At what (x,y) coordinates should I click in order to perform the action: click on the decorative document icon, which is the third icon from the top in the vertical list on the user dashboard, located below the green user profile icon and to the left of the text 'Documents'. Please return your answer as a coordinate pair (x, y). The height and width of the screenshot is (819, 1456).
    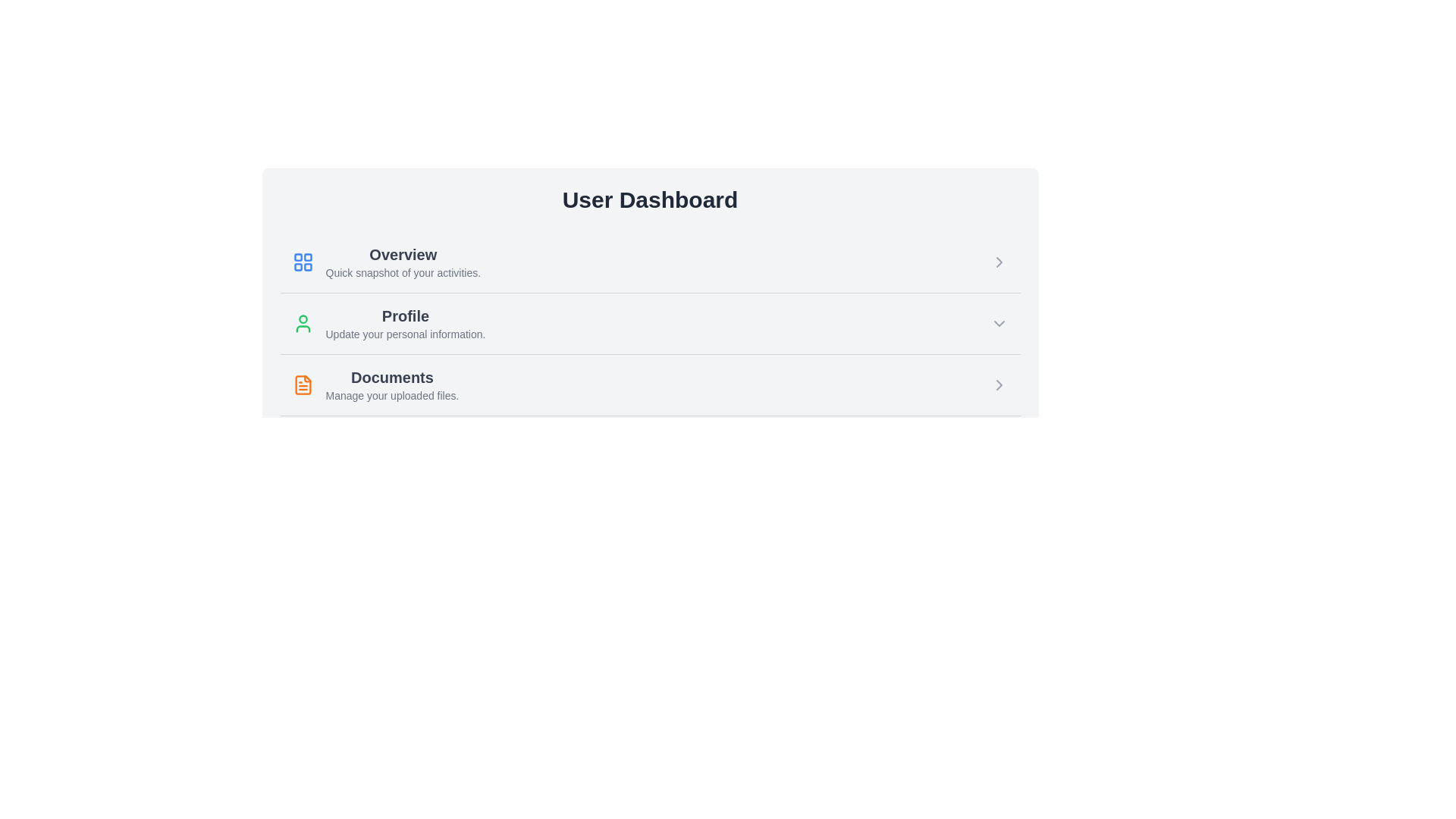
    Looking at the image, I should click on (303, 384).